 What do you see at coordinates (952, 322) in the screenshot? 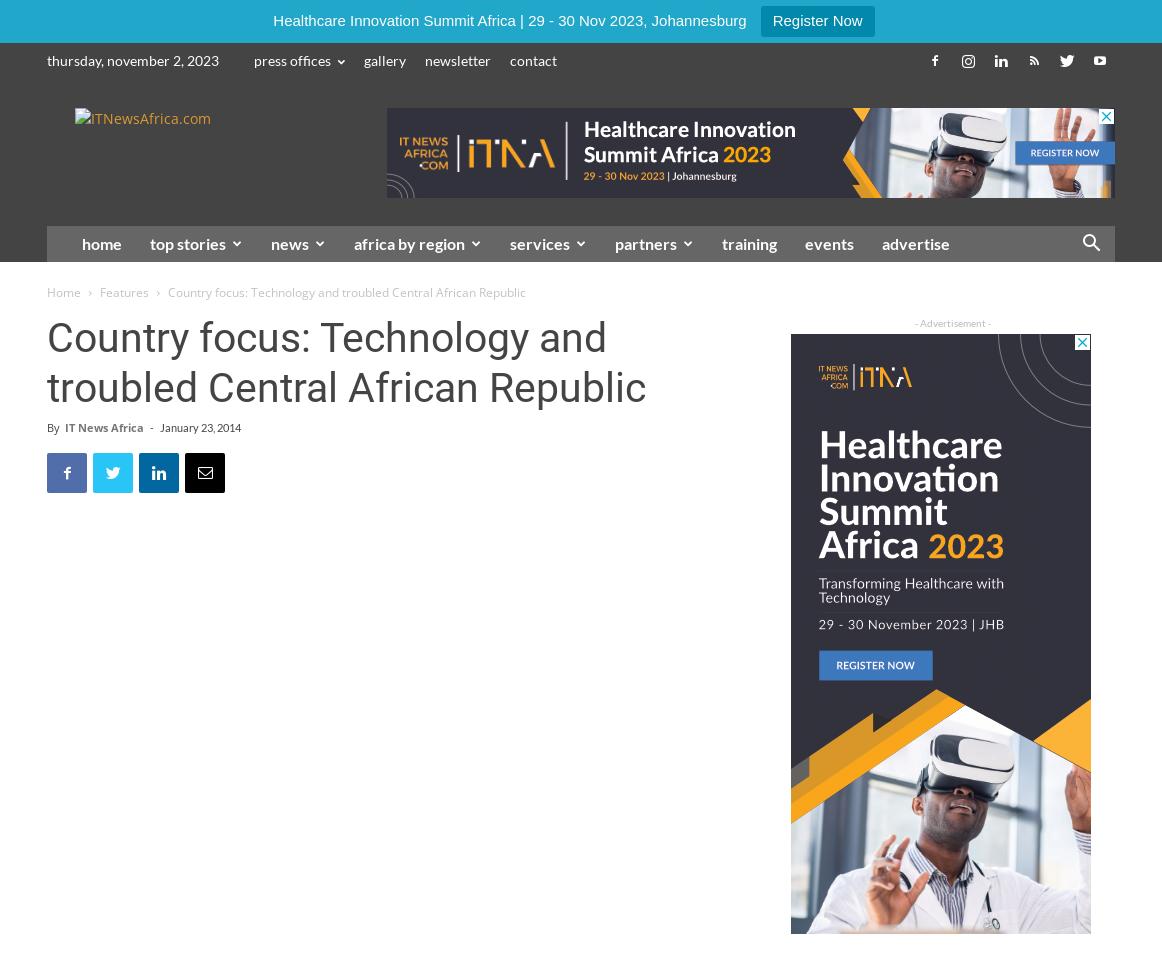
I see `'- Advertisement -'` at bounding box center [952, 322].